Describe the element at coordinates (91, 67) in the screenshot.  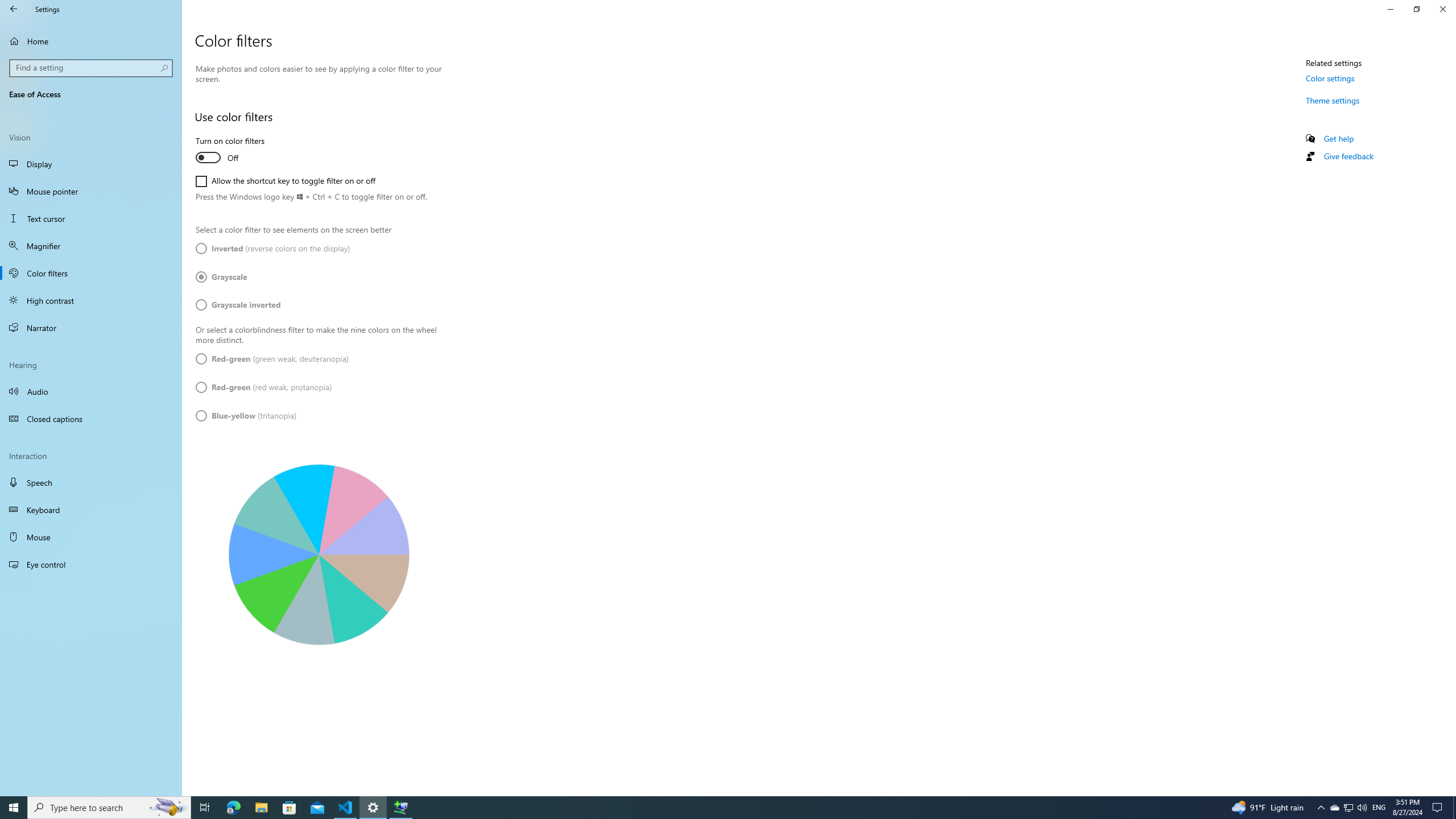
I see `'Search box, Find a setting'` at that location.